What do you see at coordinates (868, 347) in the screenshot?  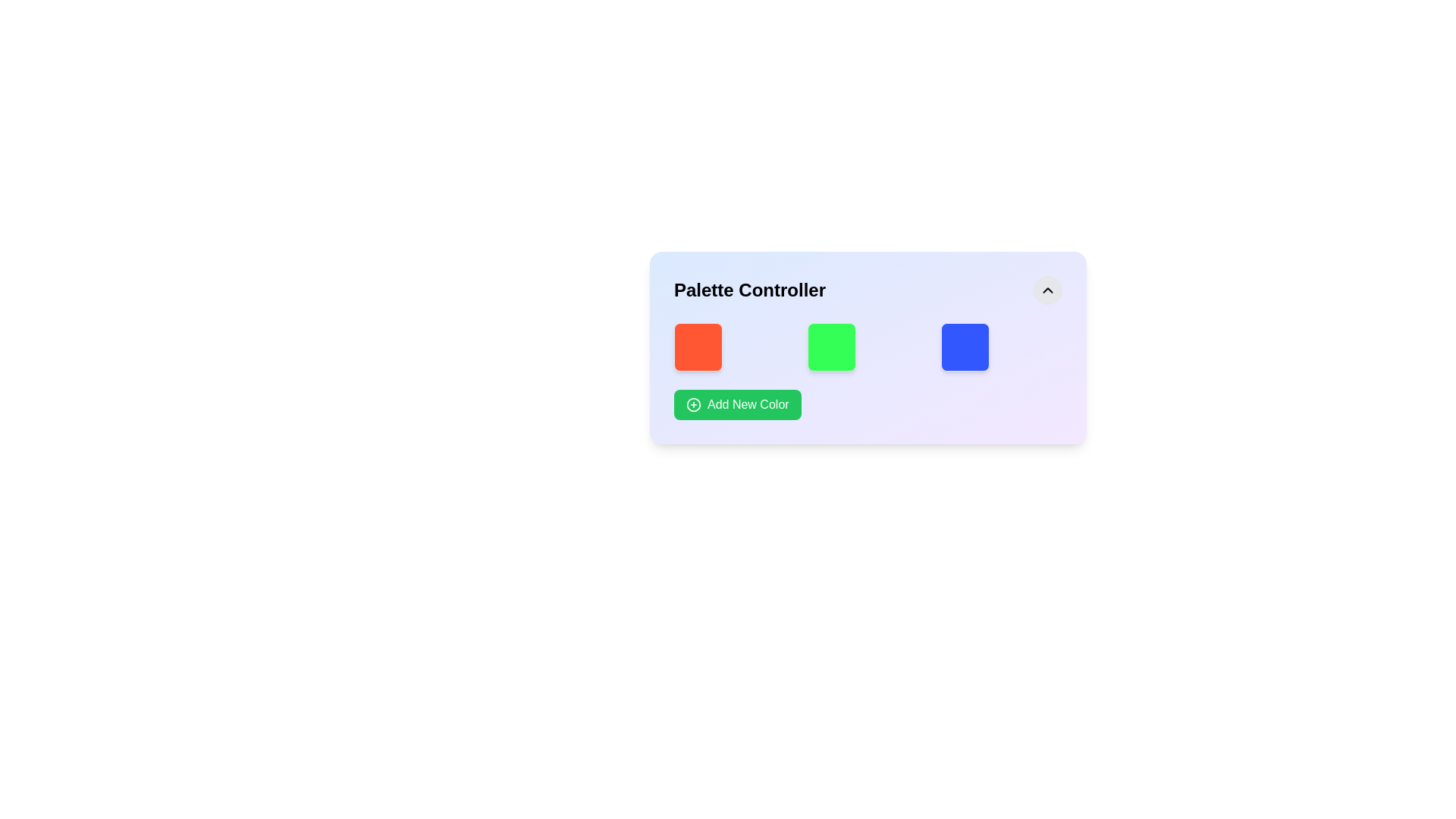 I see `a color block from the grid component located within the 'Palette Controller' section, positioned below the title and above the 'Add New Color' button` at bounding box center [868, 347].